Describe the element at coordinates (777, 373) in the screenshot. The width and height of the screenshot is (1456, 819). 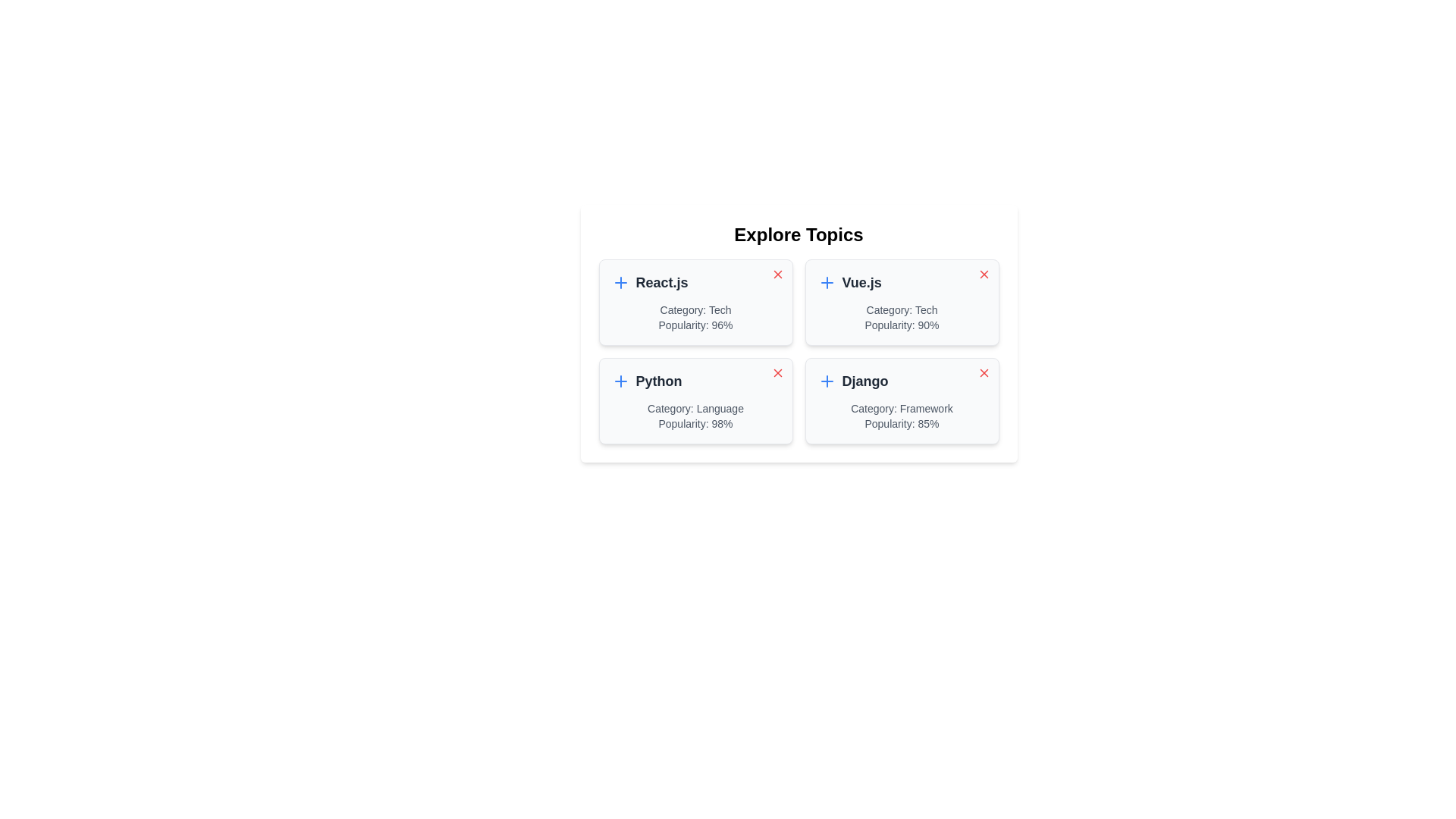
I see `close button of the item labeled Python` at that location.